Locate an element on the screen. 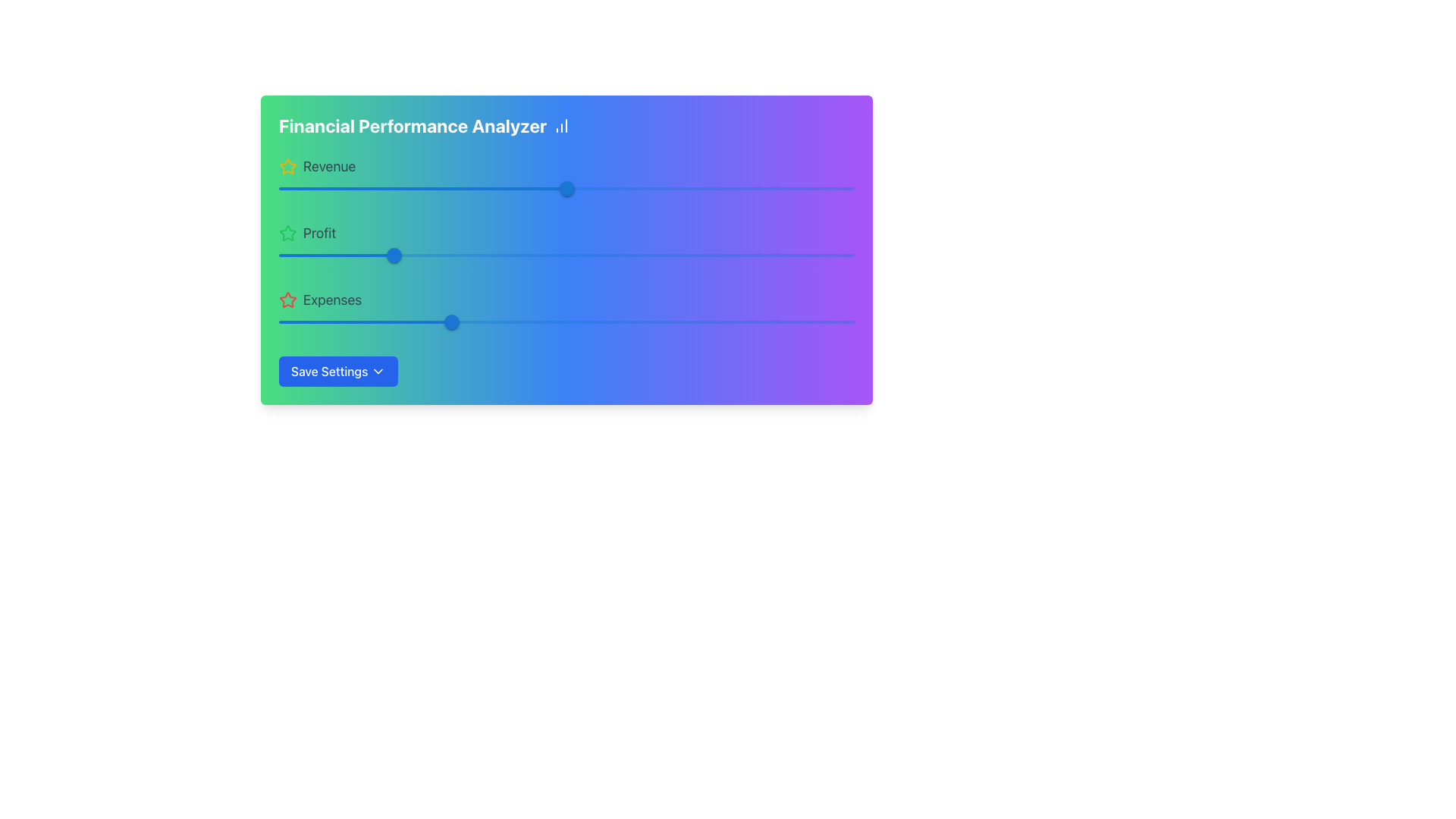 The height and width of the screenshot is (819, 1456). the Expenses slider is located at coordinates (365, 321).